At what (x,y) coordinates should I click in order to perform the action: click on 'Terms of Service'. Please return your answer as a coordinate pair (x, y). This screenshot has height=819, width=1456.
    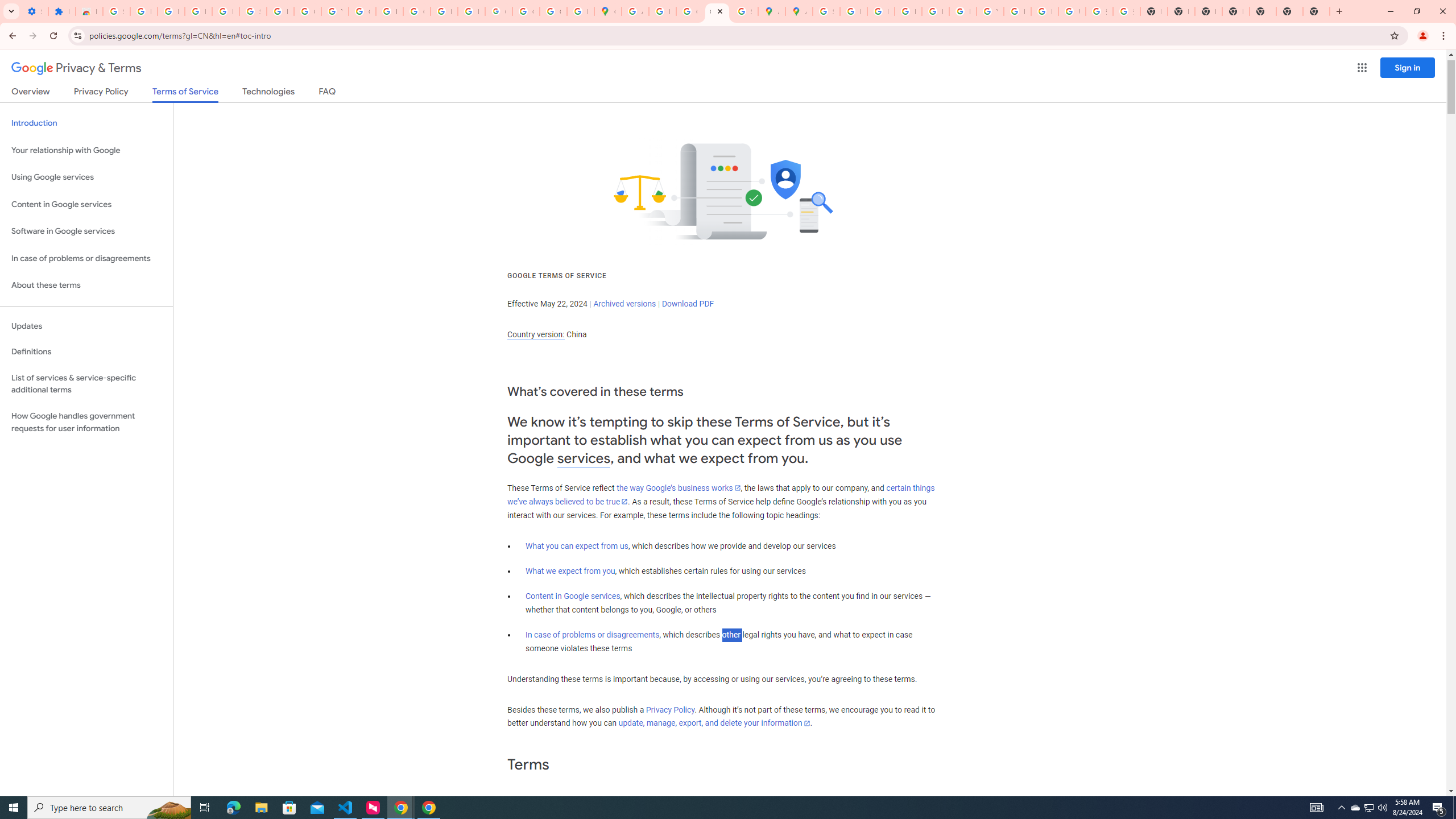
    Looking at the image, I should click on (185, 94).